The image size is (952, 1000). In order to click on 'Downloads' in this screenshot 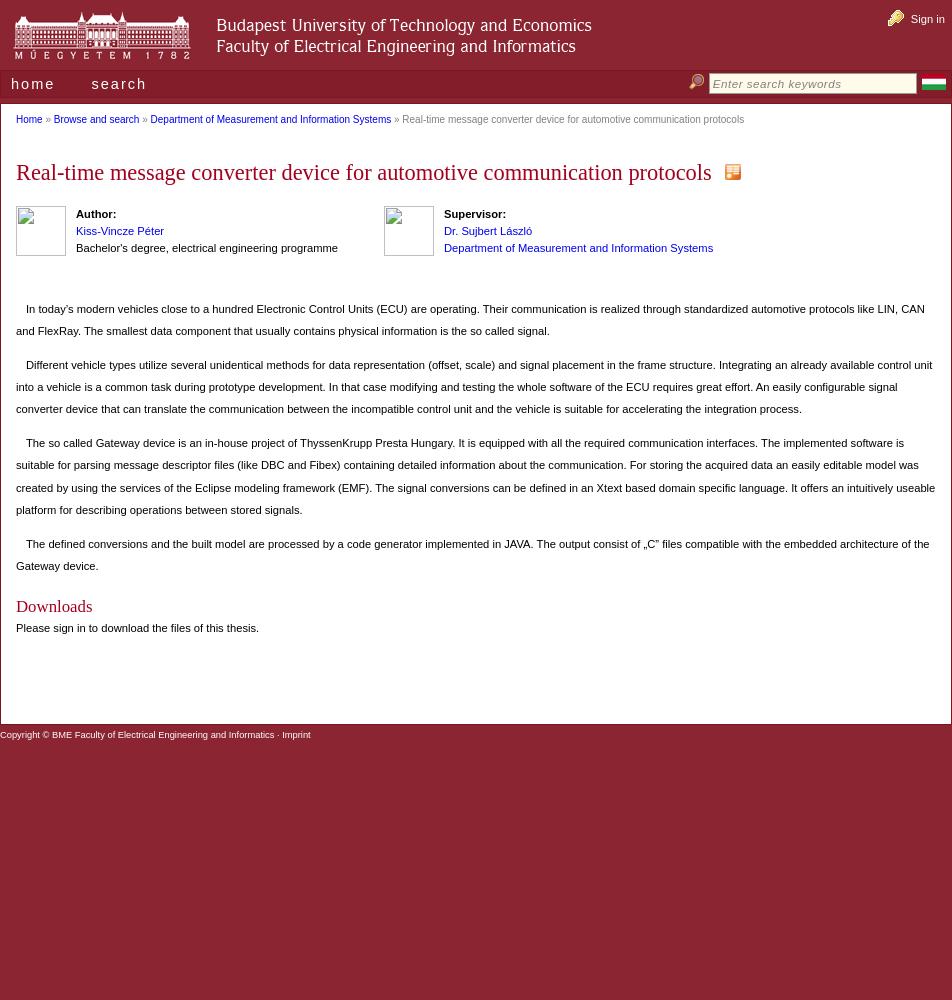, I will do `click(15, 605)`.